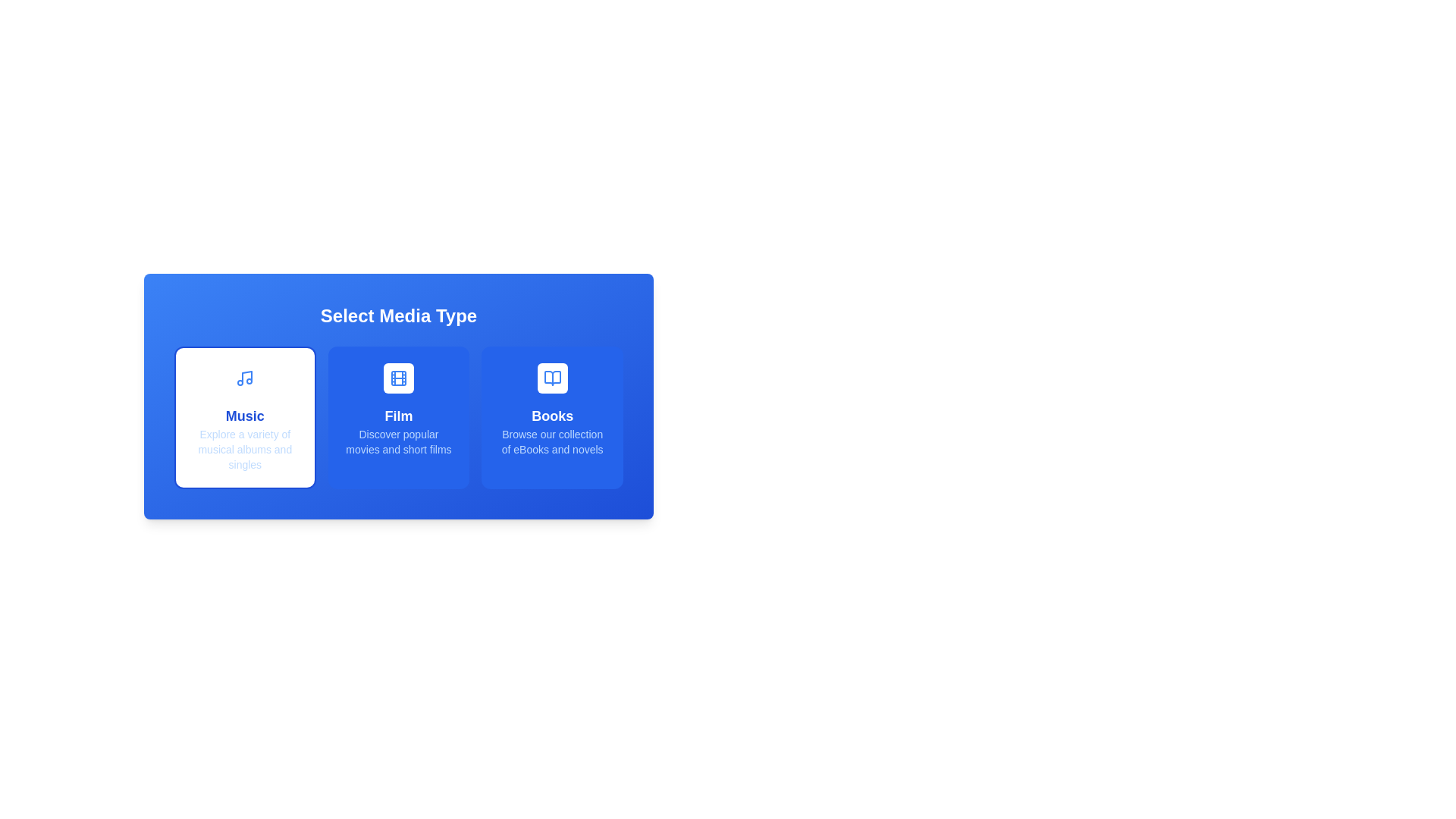  What do you see at coordinates (398, 377) in the screenshot?
I see `the 'Film' selection button located in the middle column of the three-column input panel` at bounding box center [398, 377].